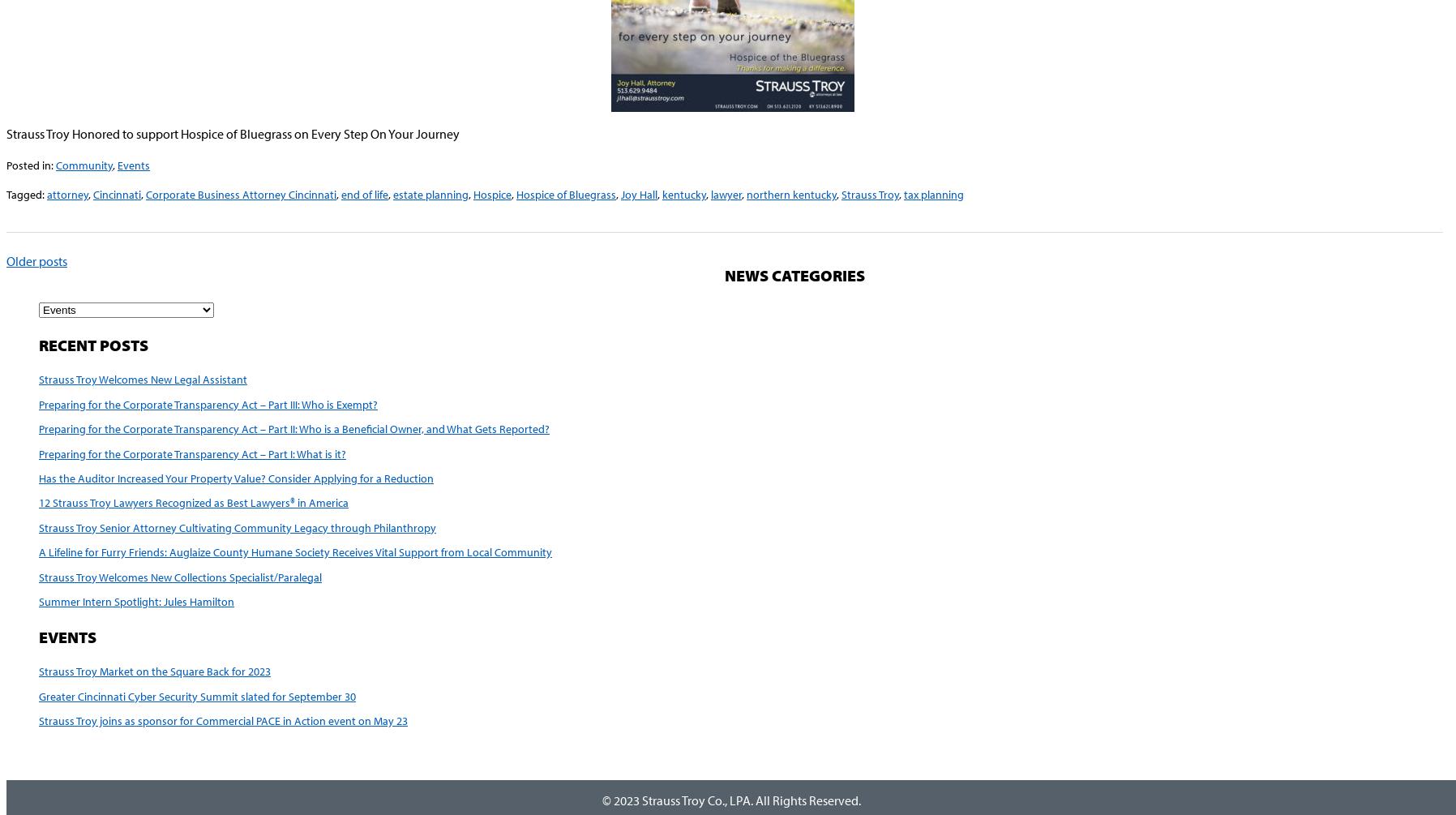  What do you see at coordinates (364, 193) in the screenshot?
I see `'end of life'` at bounding box center [364, 193].